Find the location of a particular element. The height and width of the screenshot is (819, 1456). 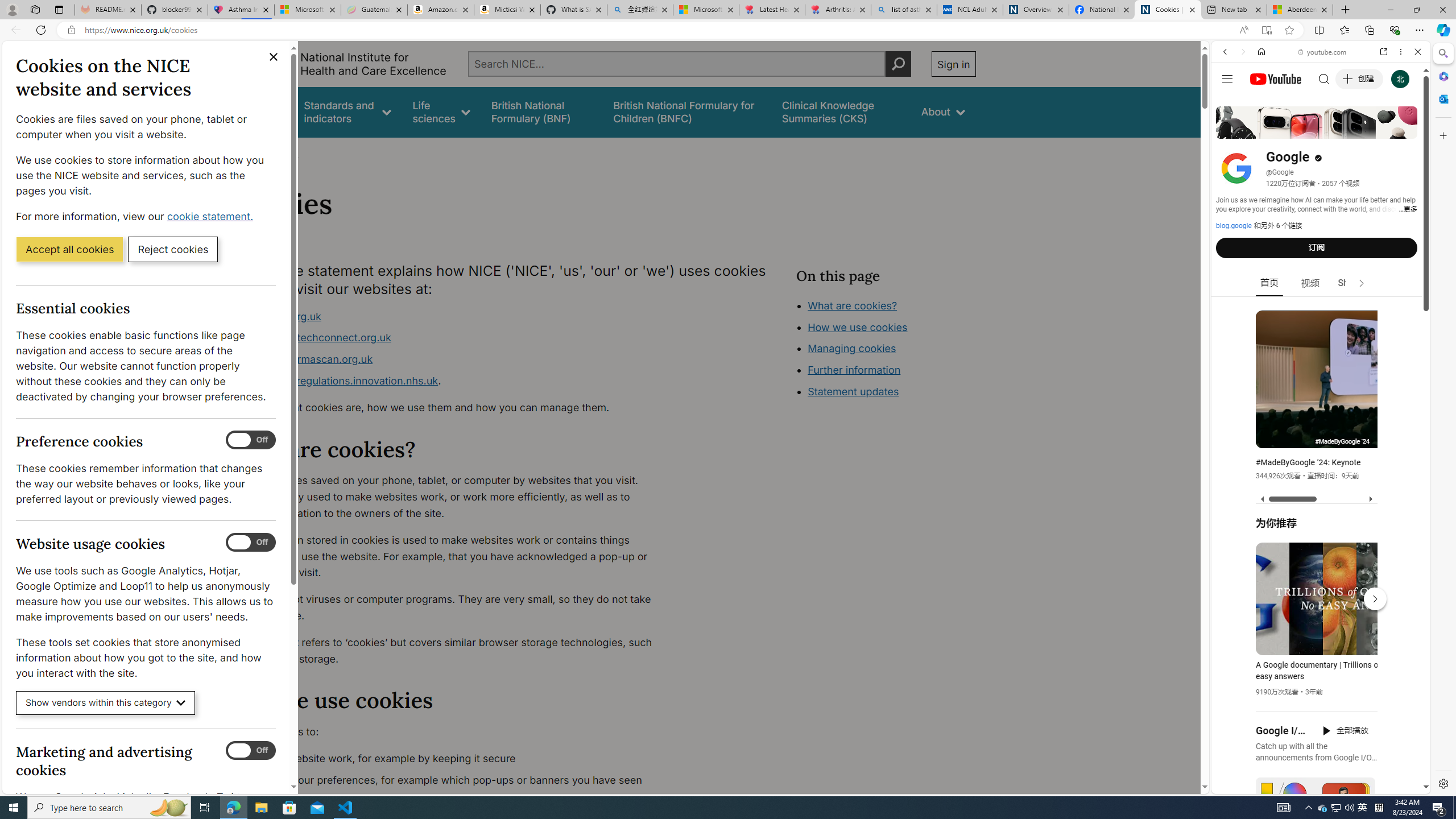

'Search Filter, VIDEOS' is located at coordinates (1300, 129).